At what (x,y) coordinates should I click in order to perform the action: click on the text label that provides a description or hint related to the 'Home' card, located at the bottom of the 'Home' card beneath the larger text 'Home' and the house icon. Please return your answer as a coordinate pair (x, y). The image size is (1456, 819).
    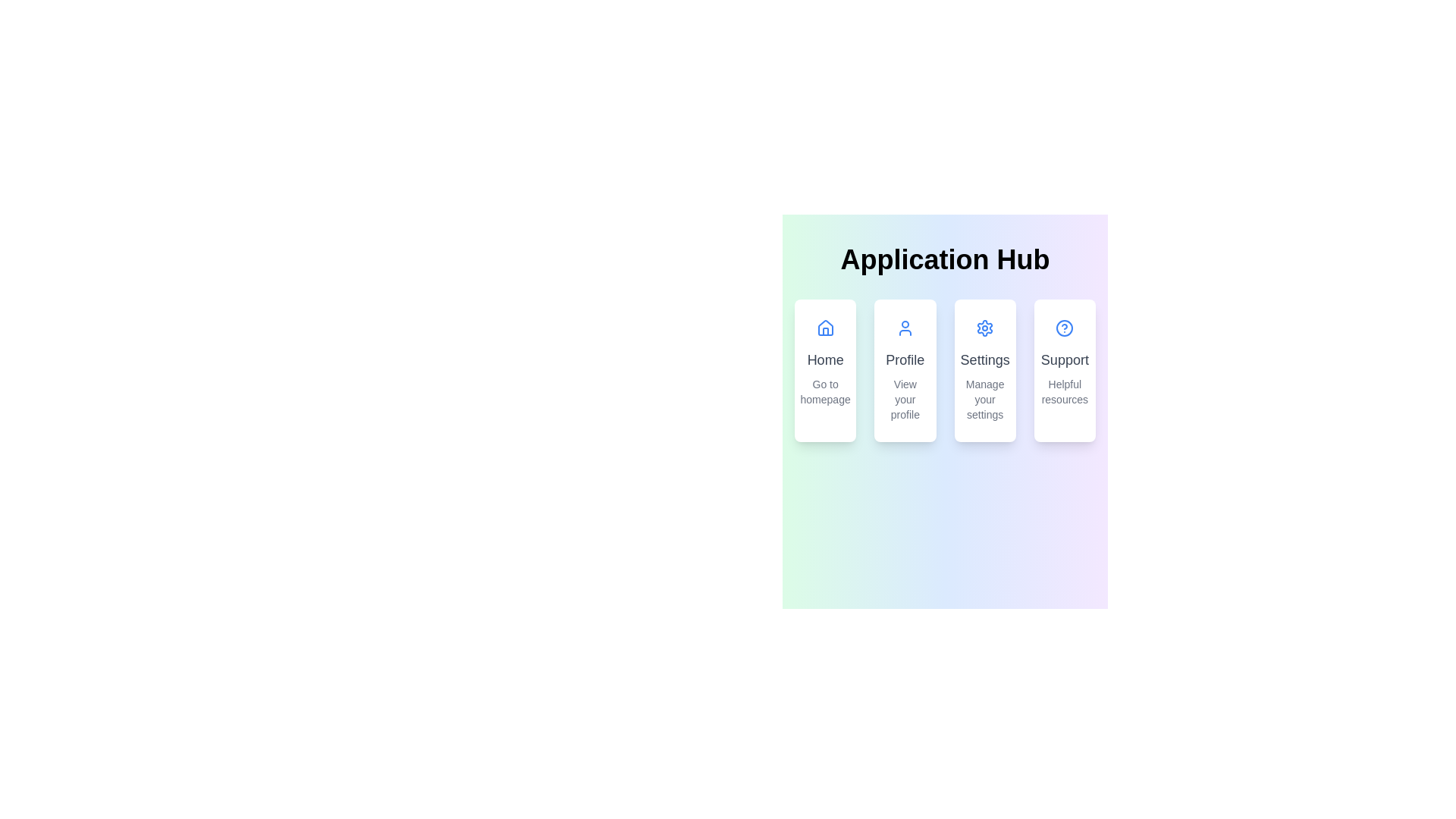
    Looking at the image, I should click on (824, 391).